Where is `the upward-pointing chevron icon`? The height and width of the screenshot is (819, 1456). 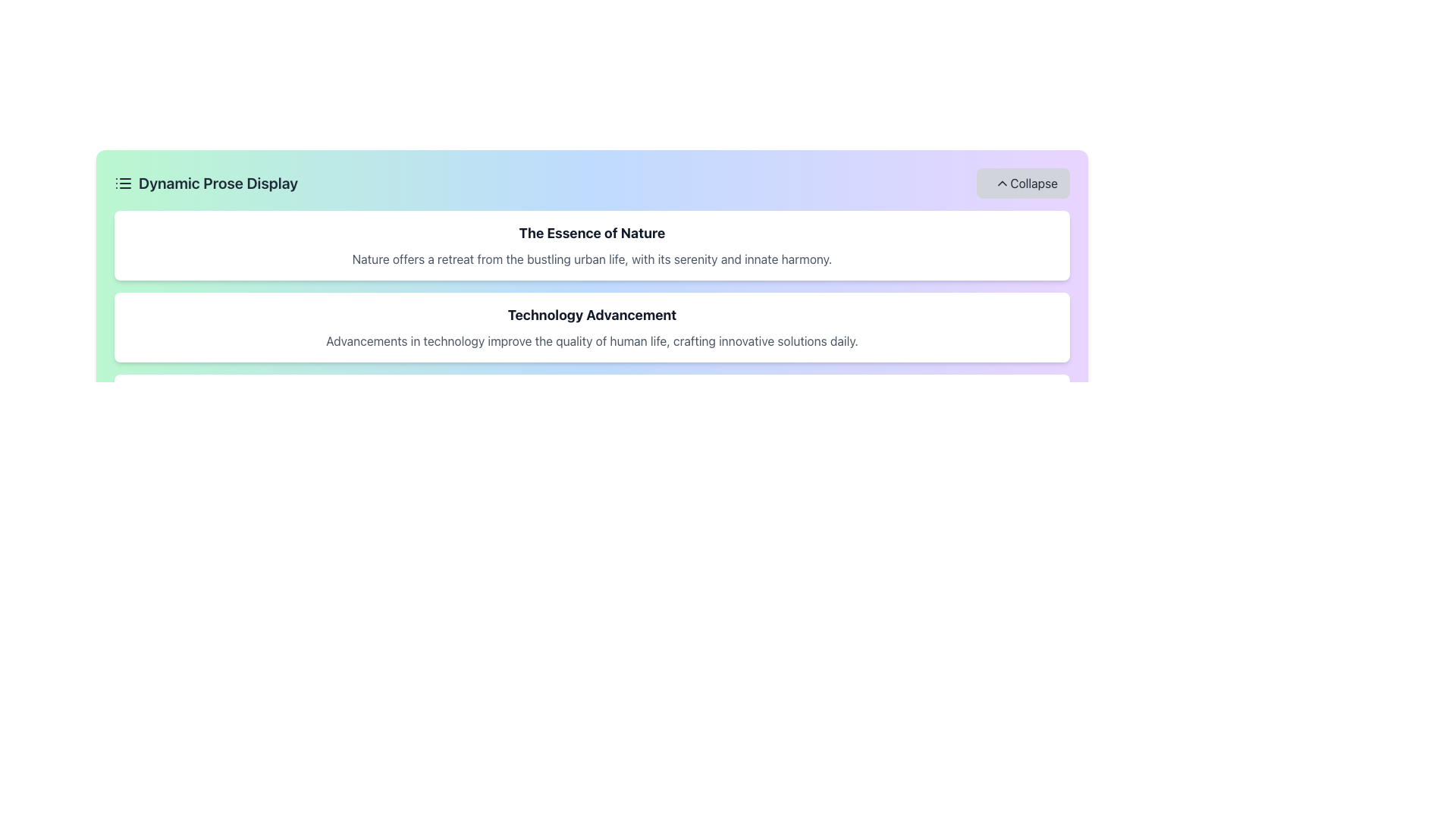 the upward-pointing chevron icon is located at coordinates (1003, 183).